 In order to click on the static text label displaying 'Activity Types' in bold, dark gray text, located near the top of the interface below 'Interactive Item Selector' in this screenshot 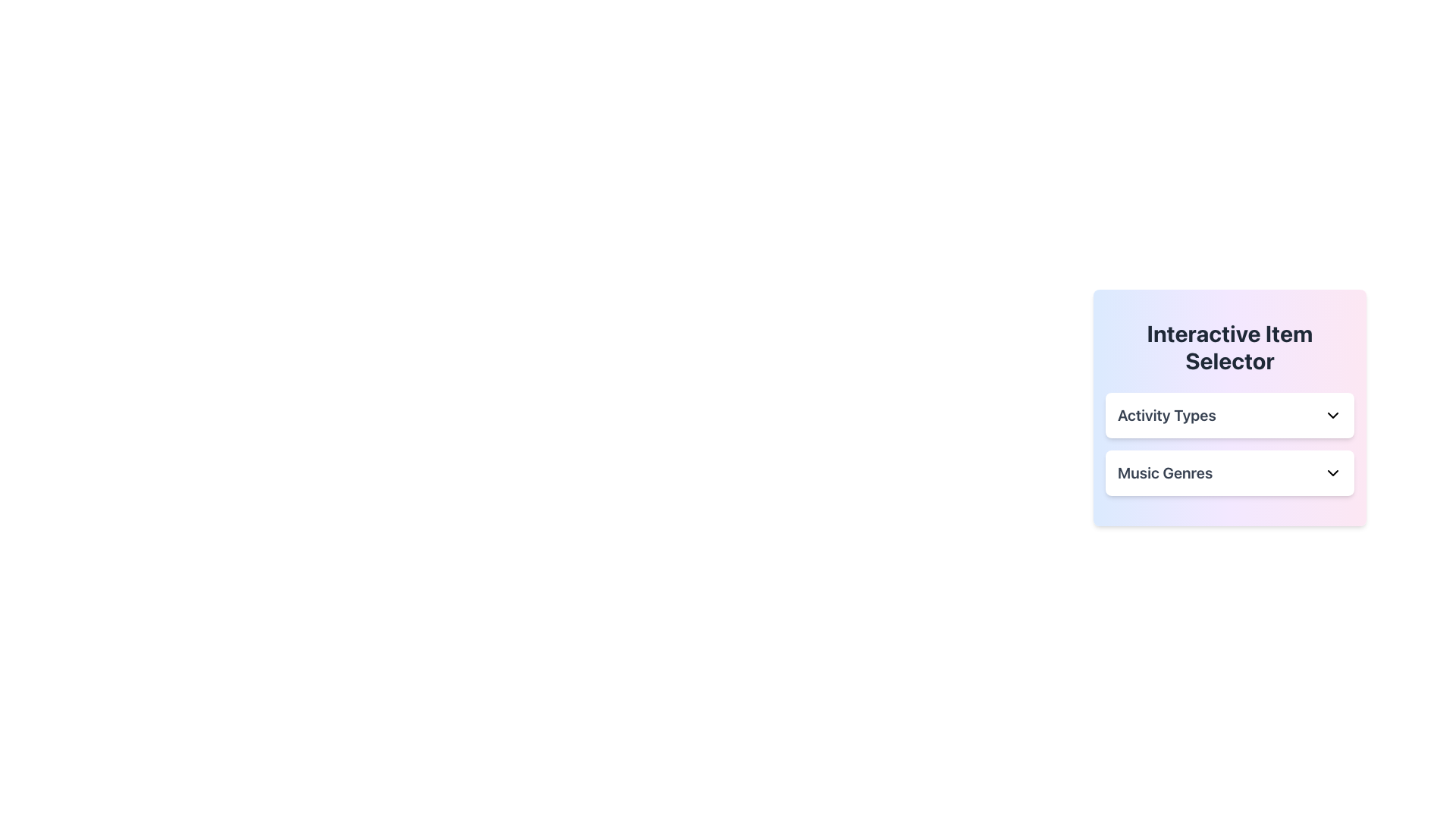, I will do `click(1166, 415)`.